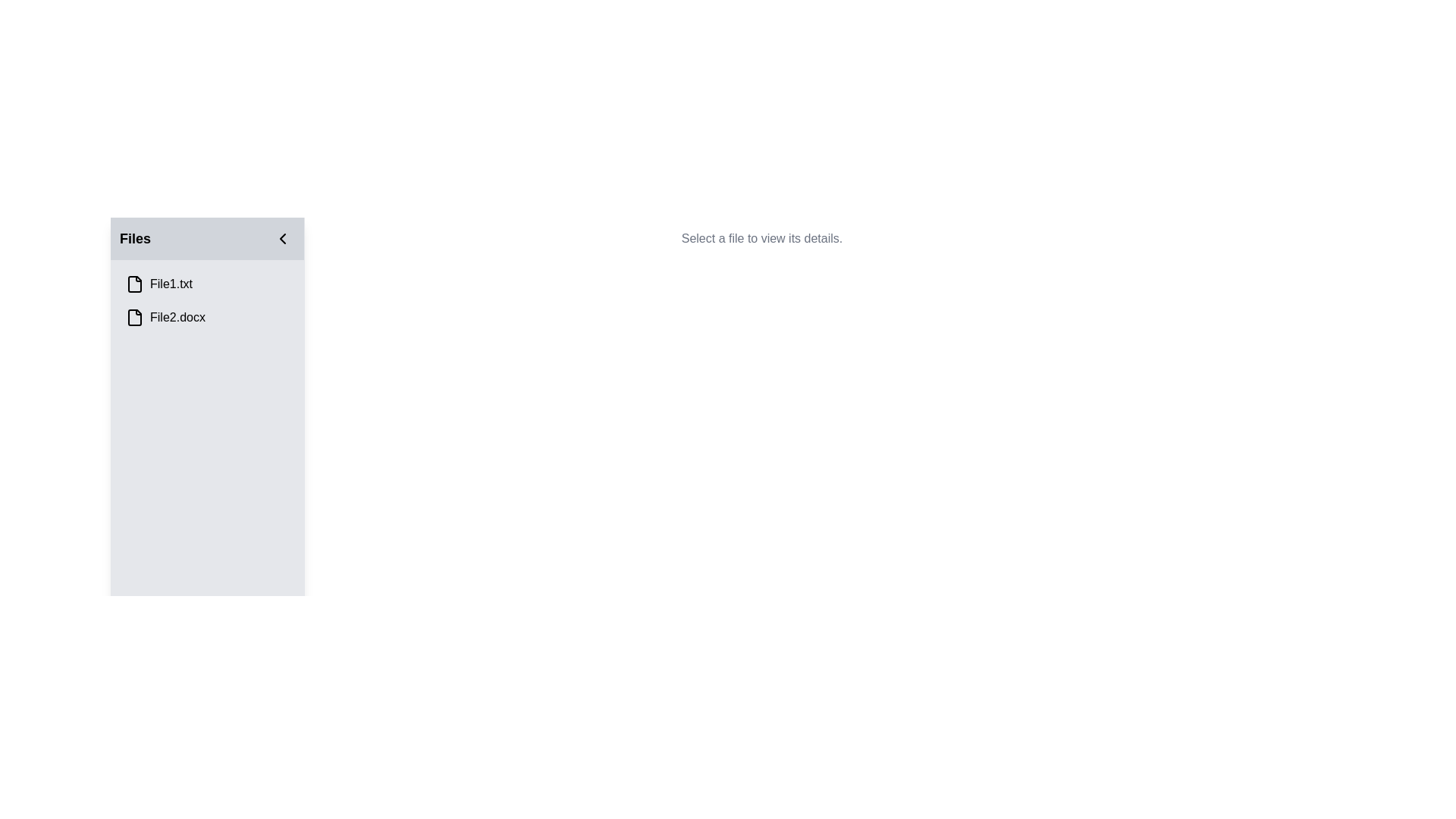 The image size is (1456, 819). I want to click on the text label displaying 'File2.docx', which is the second item in the list under the 'Files' section, so click(177, 317).